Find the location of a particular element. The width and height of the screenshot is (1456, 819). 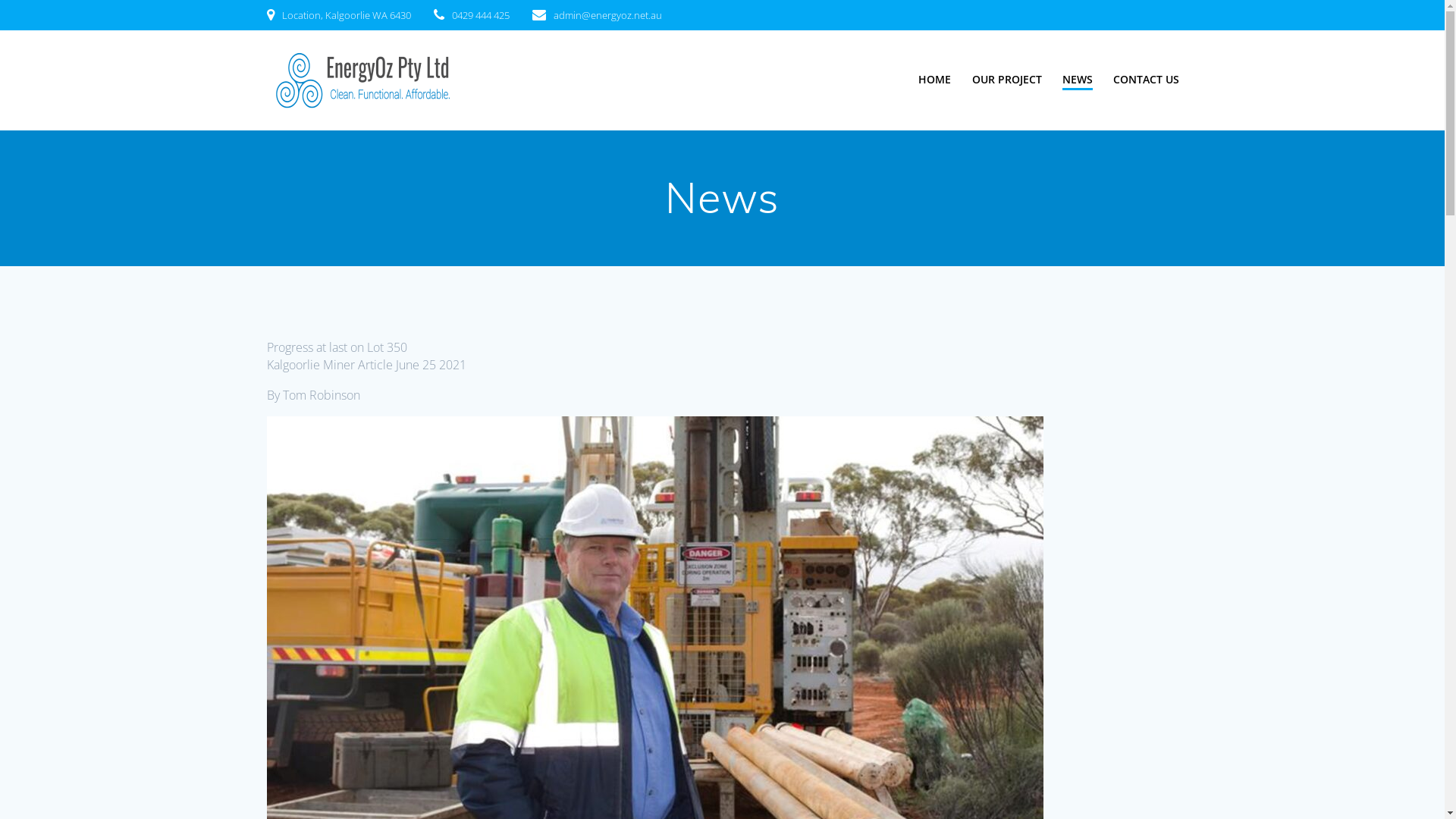

'CONTACT US' is located at coordinates (1146, 79).